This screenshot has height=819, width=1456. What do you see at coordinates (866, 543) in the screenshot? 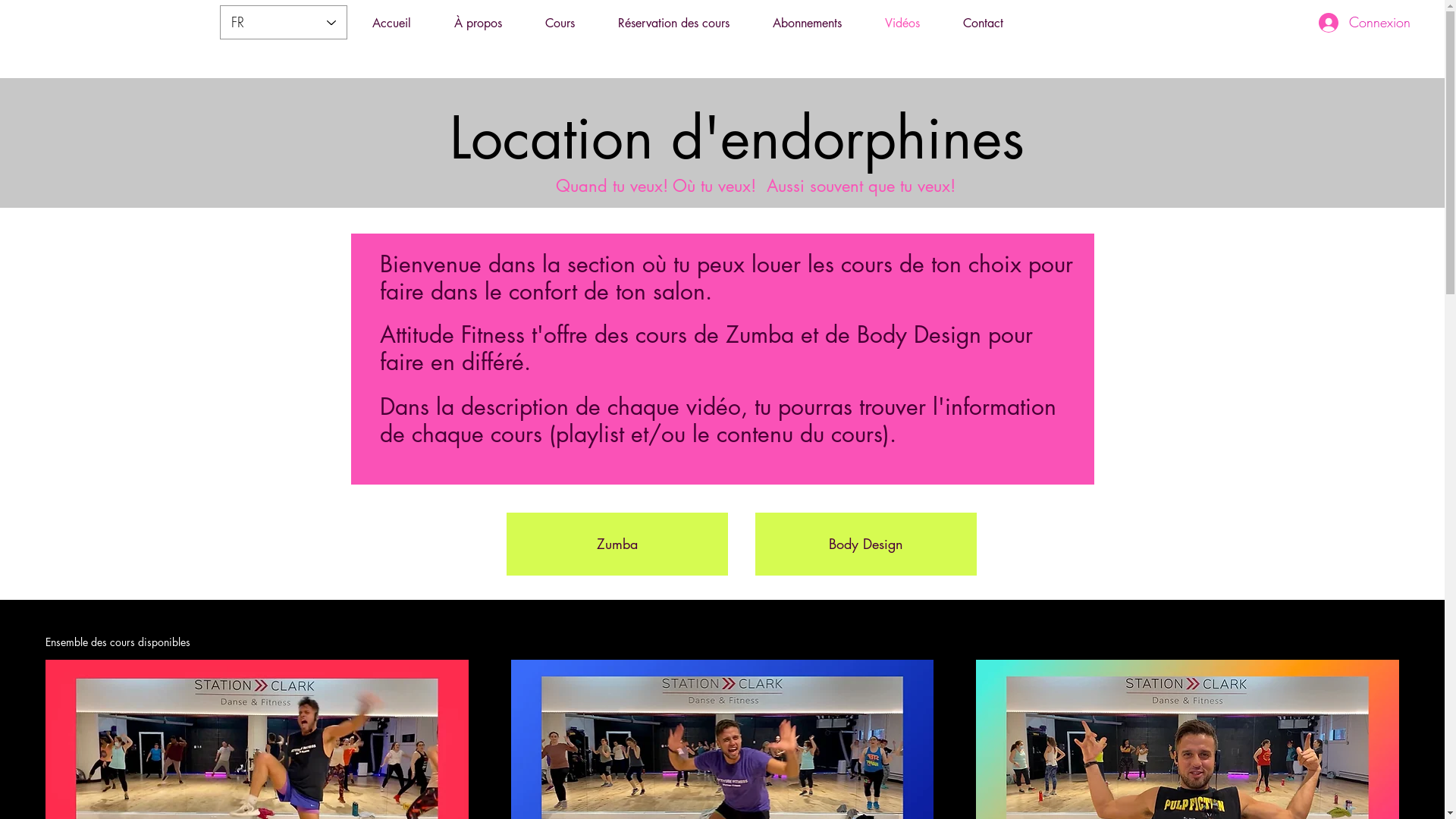
I see `'Body Design'` at bounding box center [866, 543].